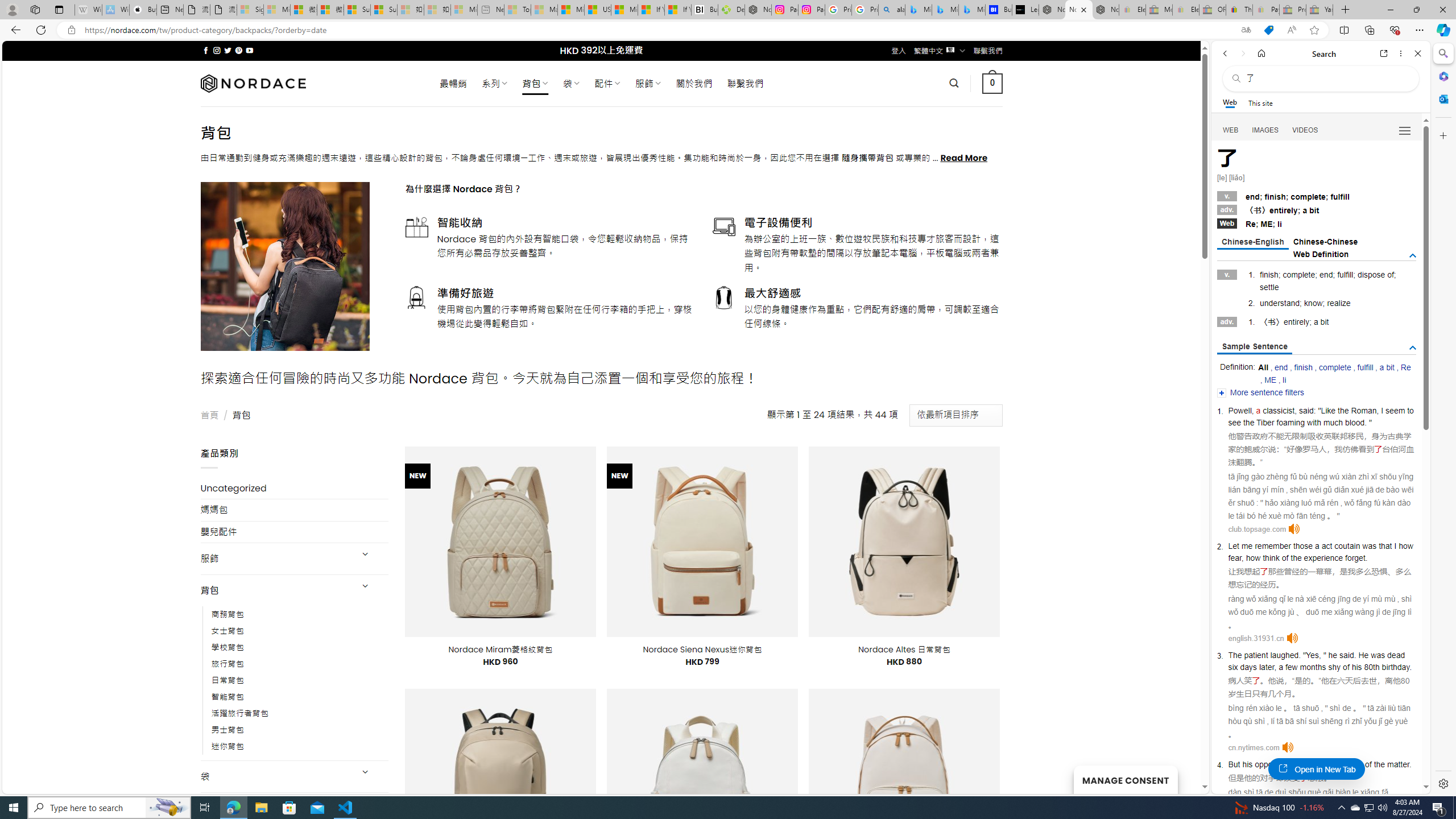  What do you see at coordinates (1412, 348) in the screenshot?
I see `'AutomationID: tgdef_sen'` at bounding box center [1412, 348].